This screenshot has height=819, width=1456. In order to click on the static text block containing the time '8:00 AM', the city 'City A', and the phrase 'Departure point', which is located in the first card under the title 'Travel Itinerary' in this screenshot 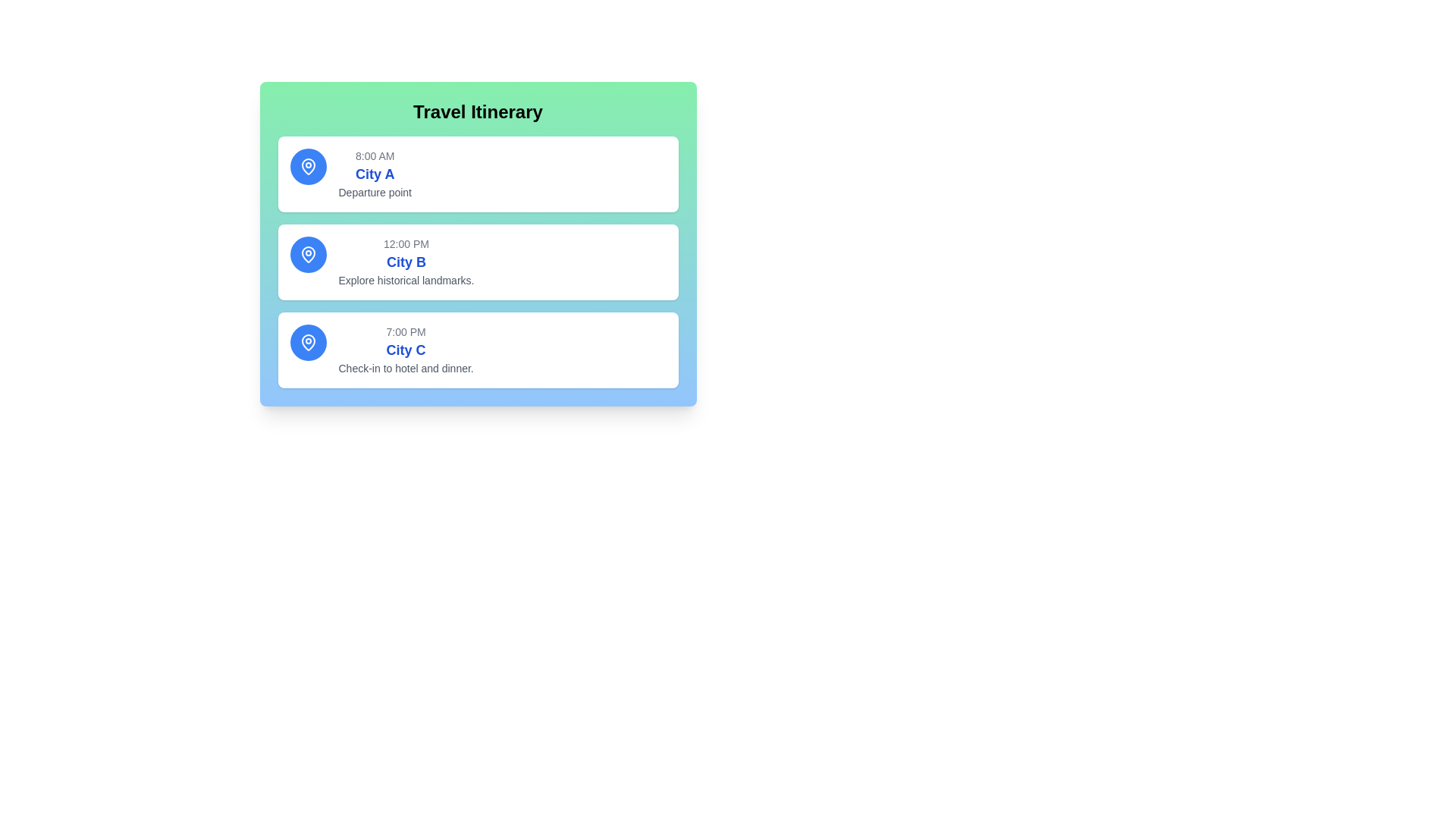, I will do `click(375, 174)`.